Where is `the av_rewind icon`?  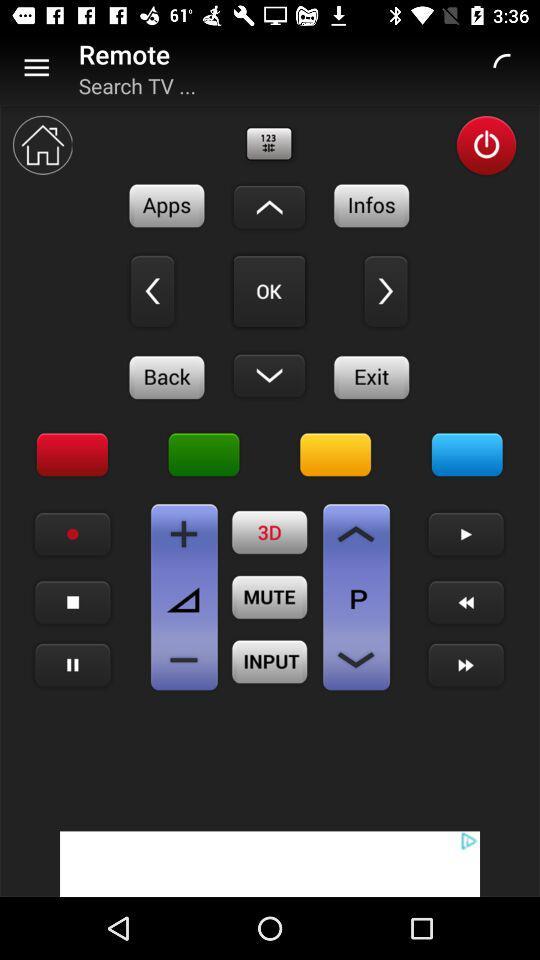
the av_rewind icon is located at coordinates (466, 601).